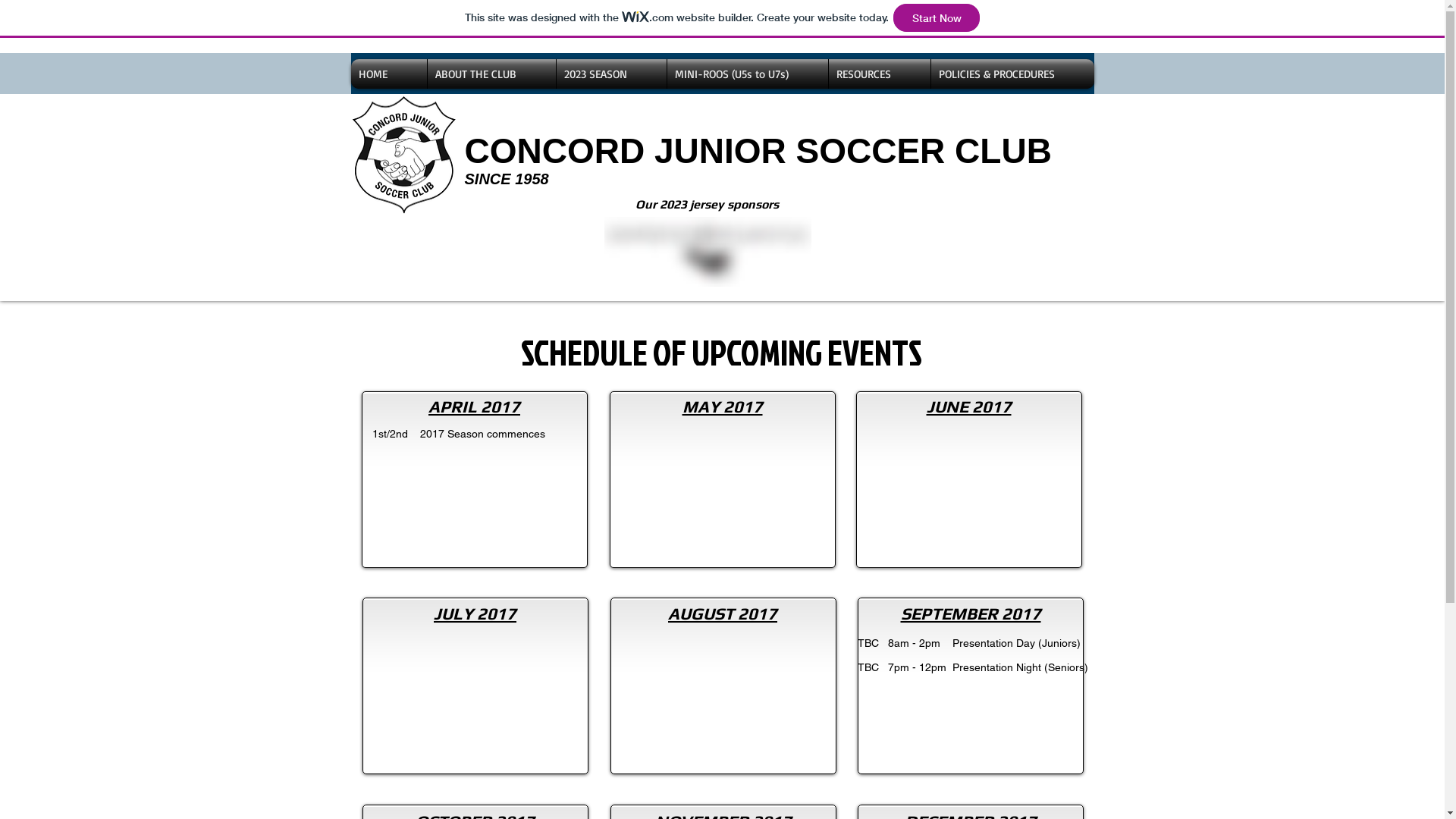 The width and height of the screenshot is (1456, 819). I want to click on 'HOME', so click(388, 74).